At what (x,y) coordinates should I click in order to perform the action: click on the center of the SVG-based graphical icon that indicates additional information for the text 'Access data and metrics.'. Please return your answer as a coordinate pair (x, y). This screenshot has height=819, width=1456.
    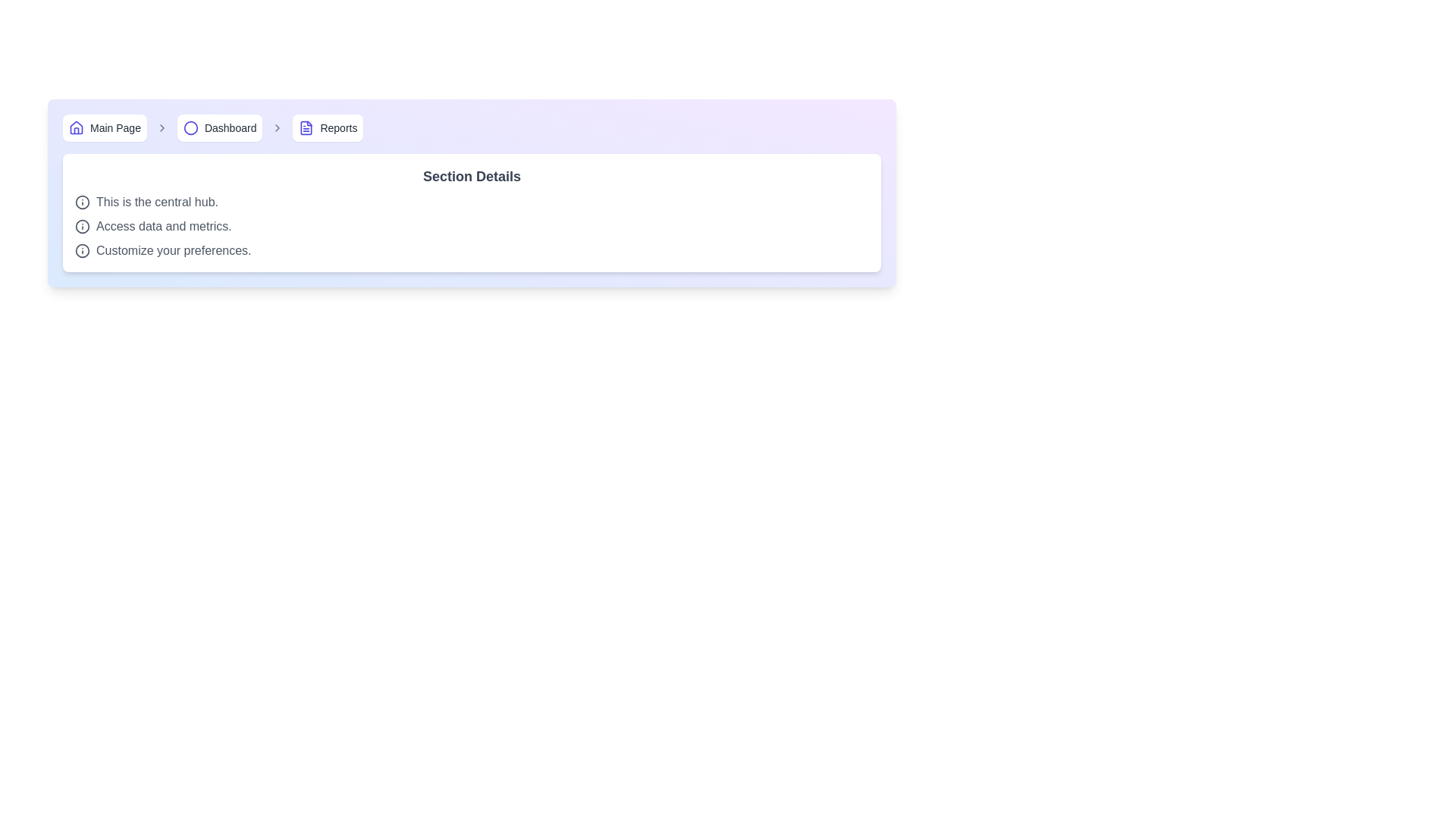
    Looking at the image, I should click on (82, 227).